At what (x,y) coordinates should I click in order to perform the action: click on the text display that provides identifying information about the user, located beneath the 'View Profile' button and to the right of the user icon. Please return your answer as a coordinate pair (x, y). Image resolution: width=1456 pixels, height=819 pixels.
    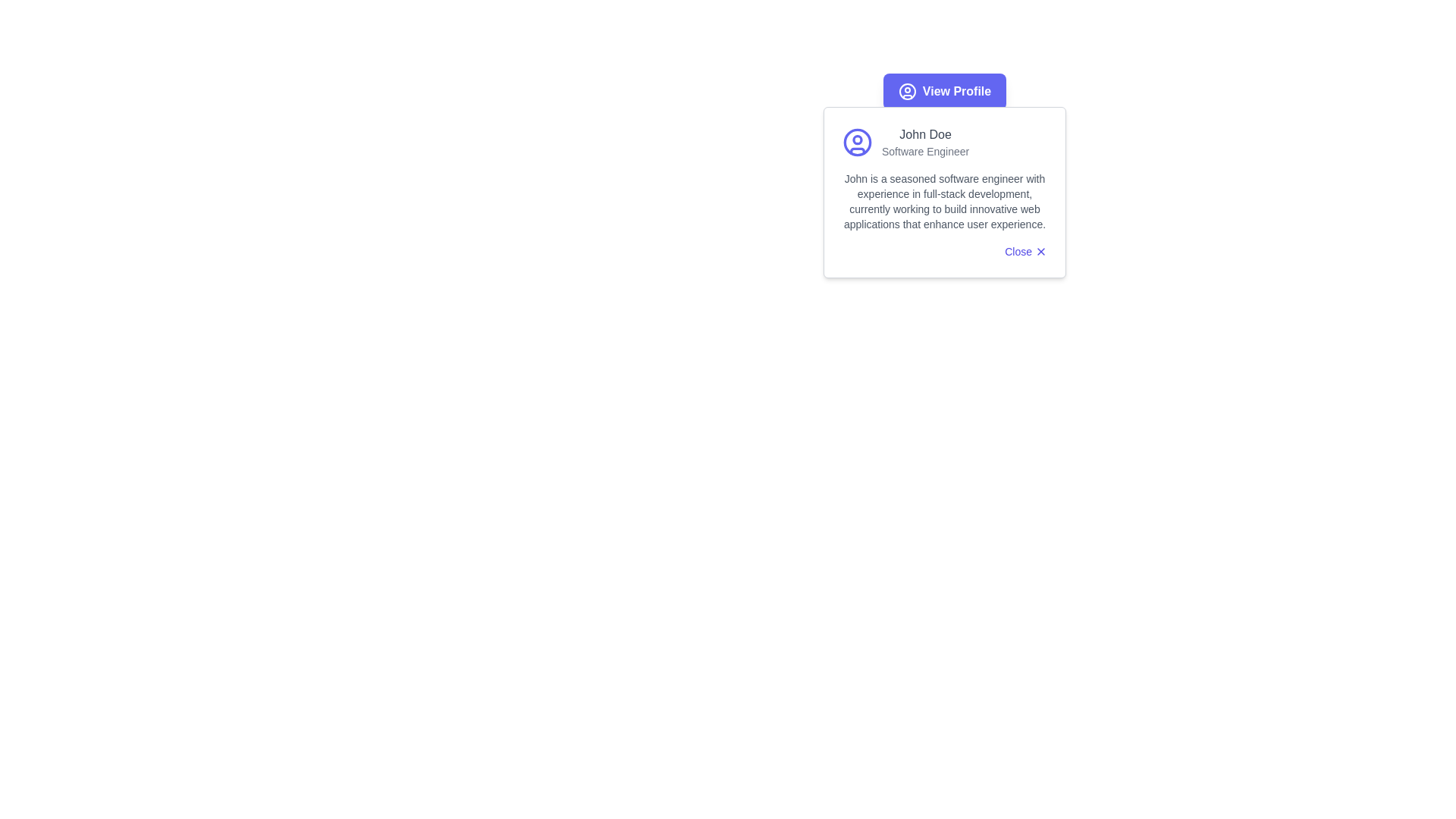
    Looking at the image, I should click on (924, 143).